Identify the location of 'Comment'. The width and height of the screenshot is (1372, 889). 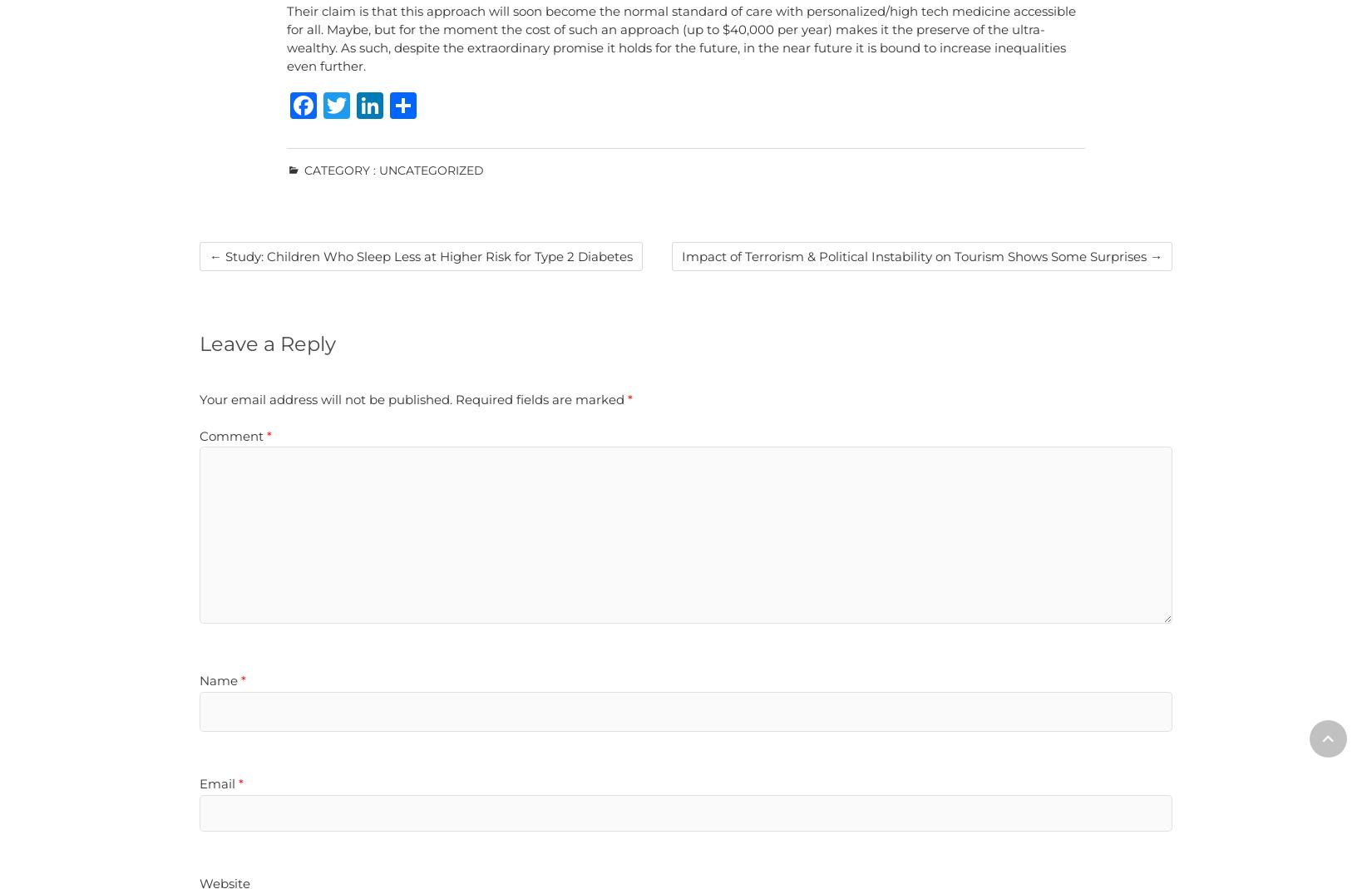
(200, 434).